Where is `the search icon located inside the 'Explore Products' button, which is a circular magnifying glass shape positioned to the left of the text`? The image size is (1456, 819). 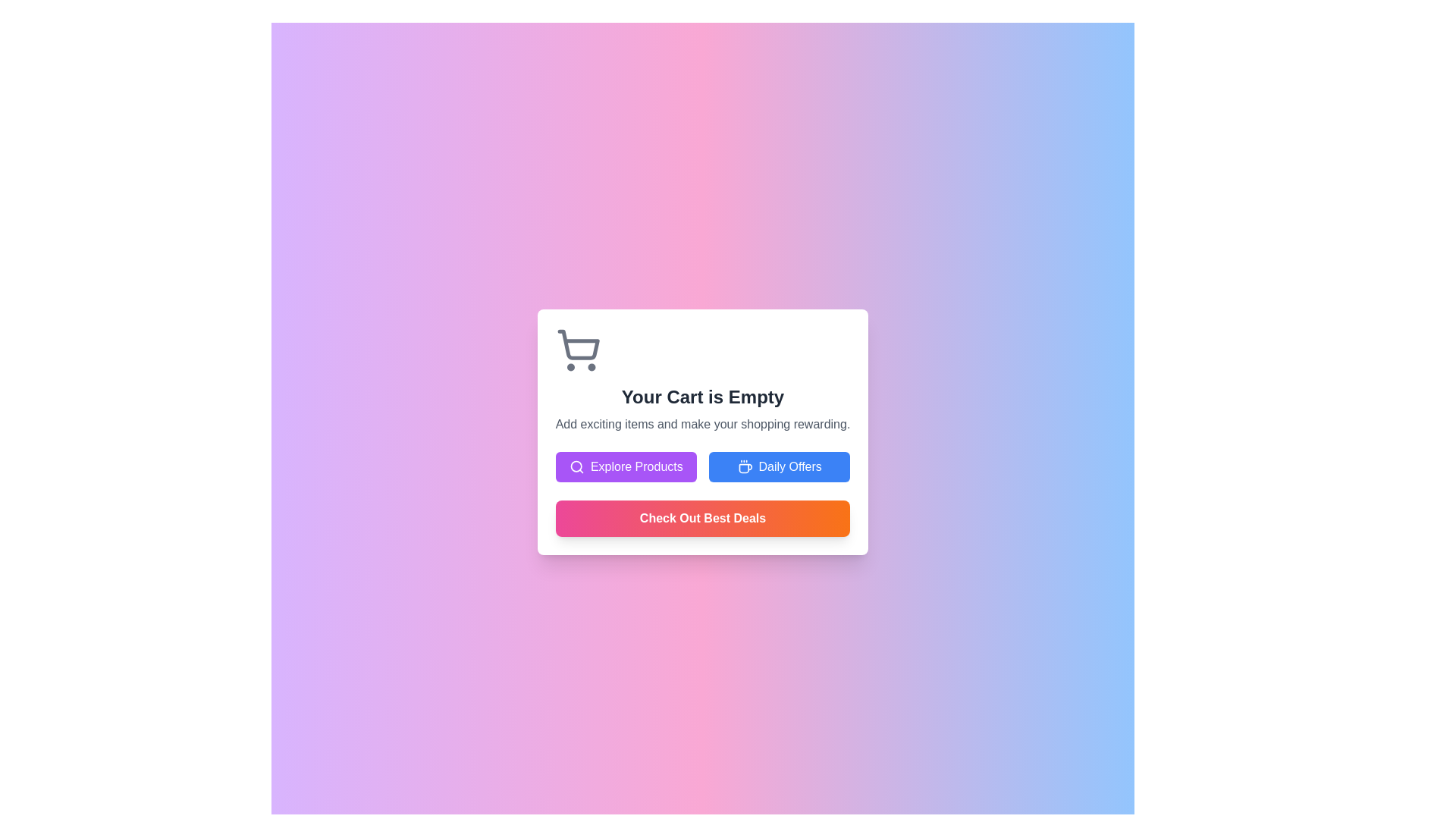 the search icon located inside the 'Explore Products' button, which is a circular magnifying glass shape positioned to the left of the text is located at coordinates (576, 466).